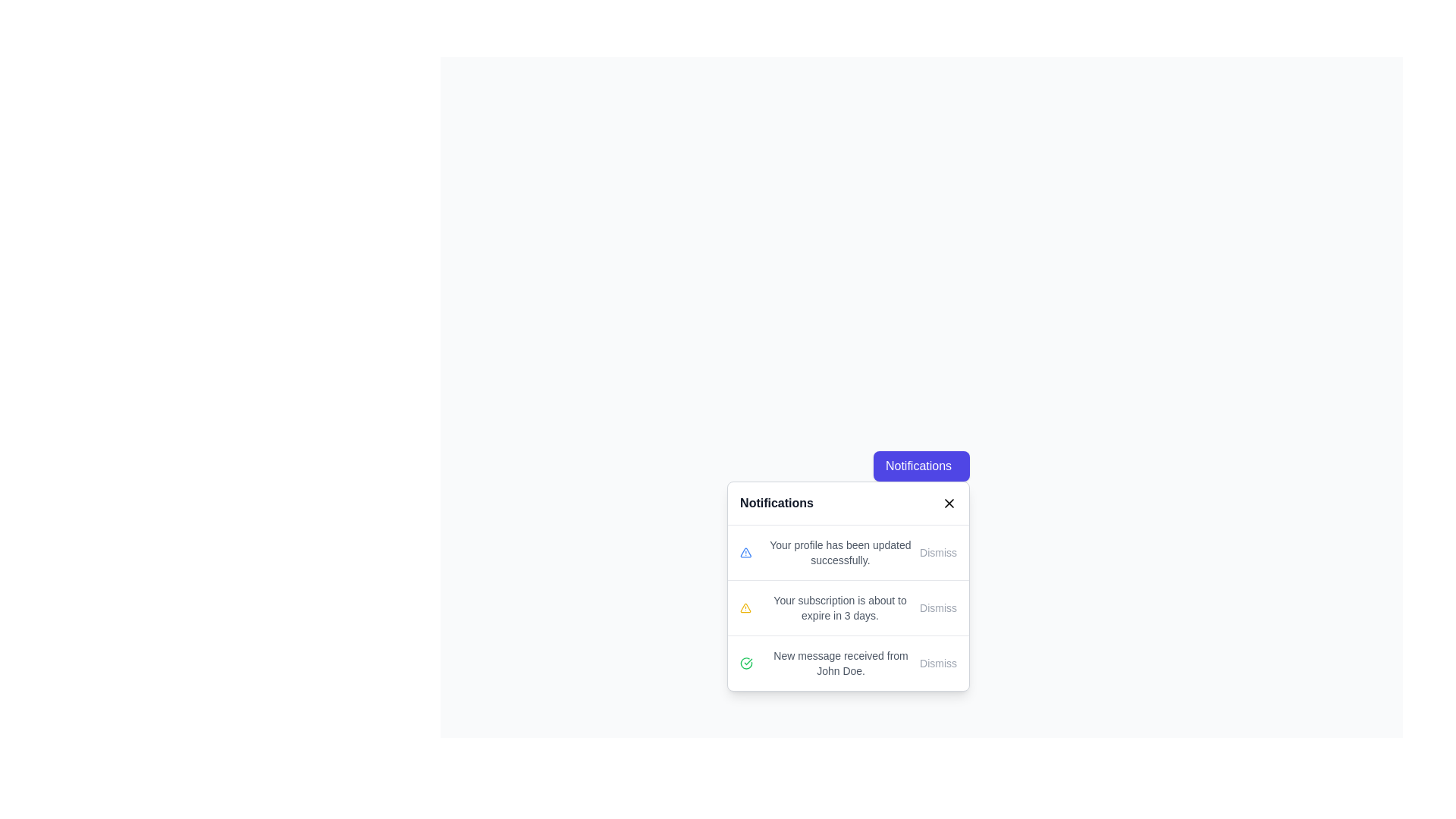 This screenshot has width=1456, height=819. I want to click on message displayed in the text label that says 'Your profile has been updated successfully.' located in the notification center as the first message item, so click(839, 553).